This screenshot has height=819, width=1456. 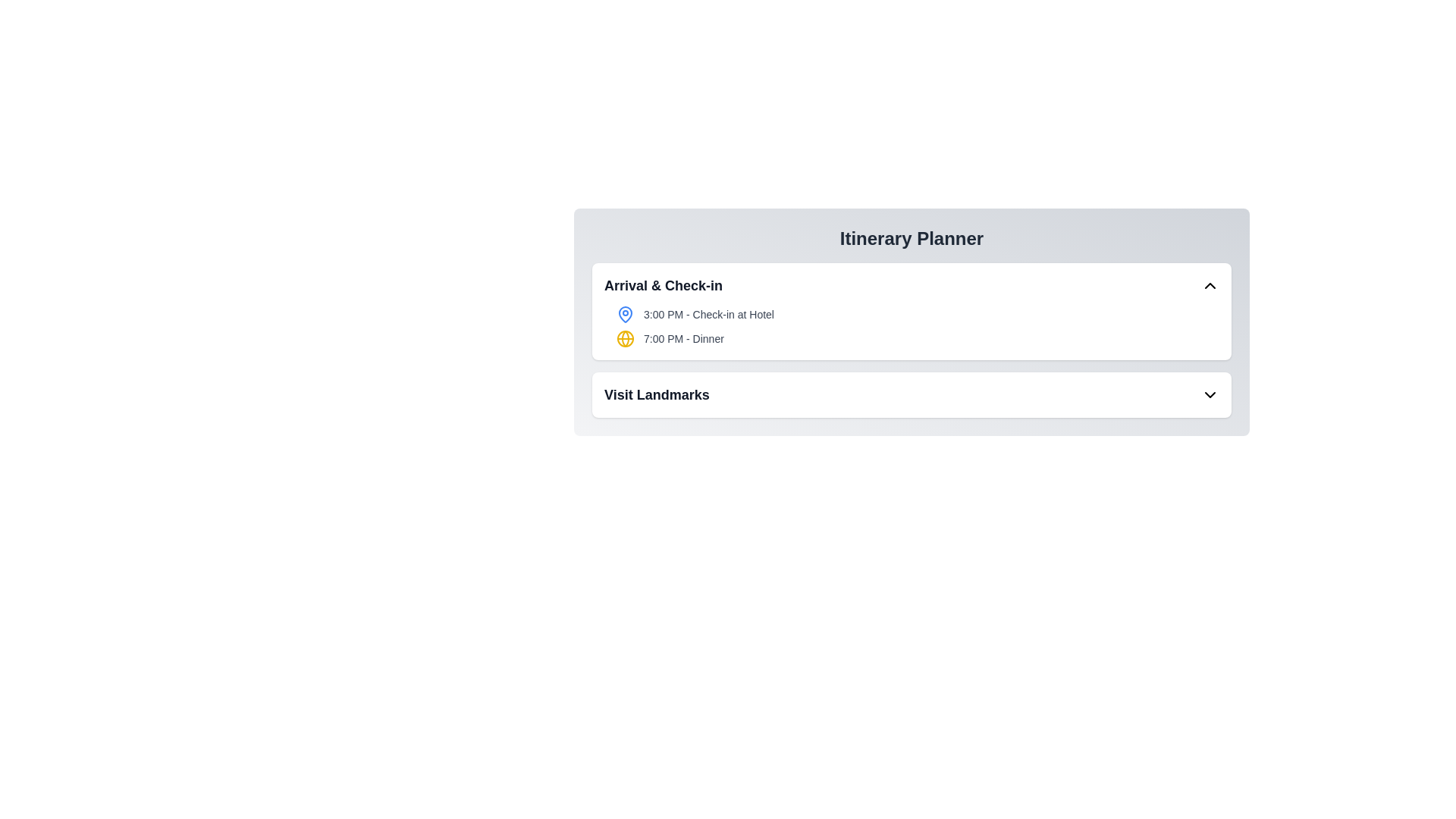 What do you see at coordinates (626, 338) in the screenshot?
I see `the icon next to the itinerary detail Dinner` at bounding box center [626, 338].